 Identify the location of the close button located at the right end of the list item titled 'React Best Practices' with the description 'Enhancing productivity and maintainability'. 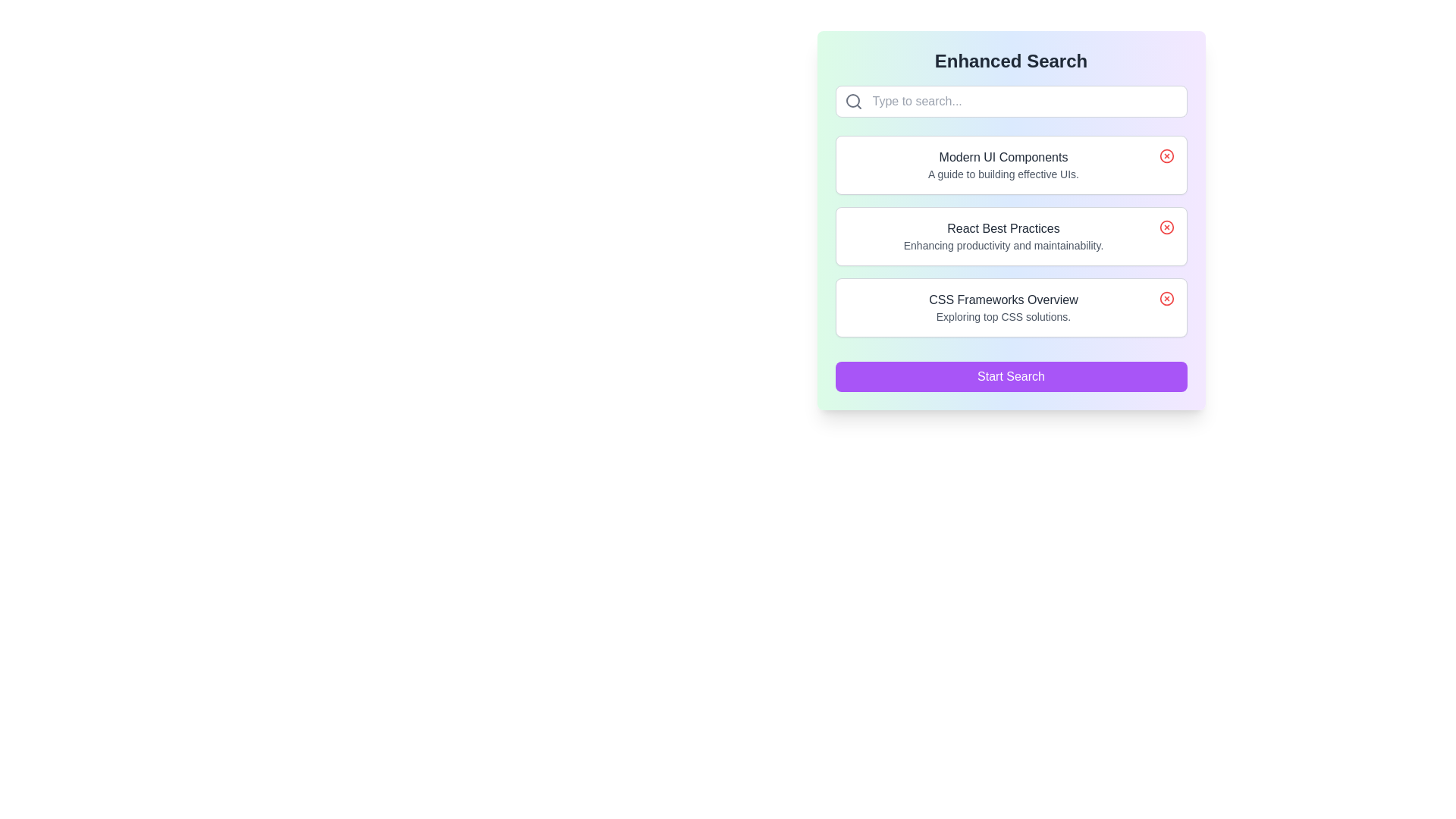
(1166, 227).